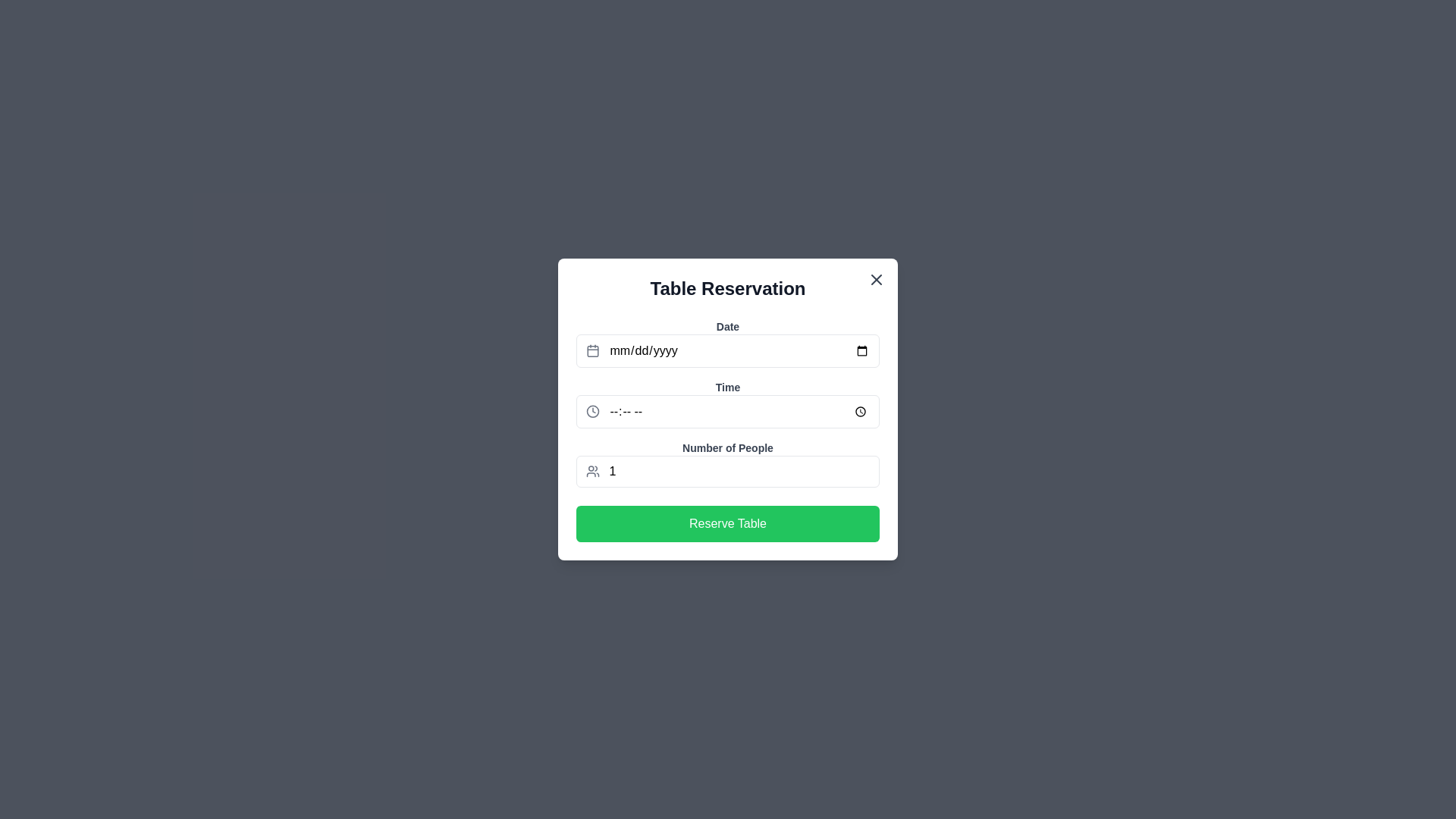 The width and height of the screenshot is (1456, 819). What do you see at coordinates (592, 470) in the screenshot?
I see `the user group icon, which is a light gray minimalistic design representing two abstract human figures, located at the left side of the input field labeled 'Number of People'` at bounding box center [592, 470].